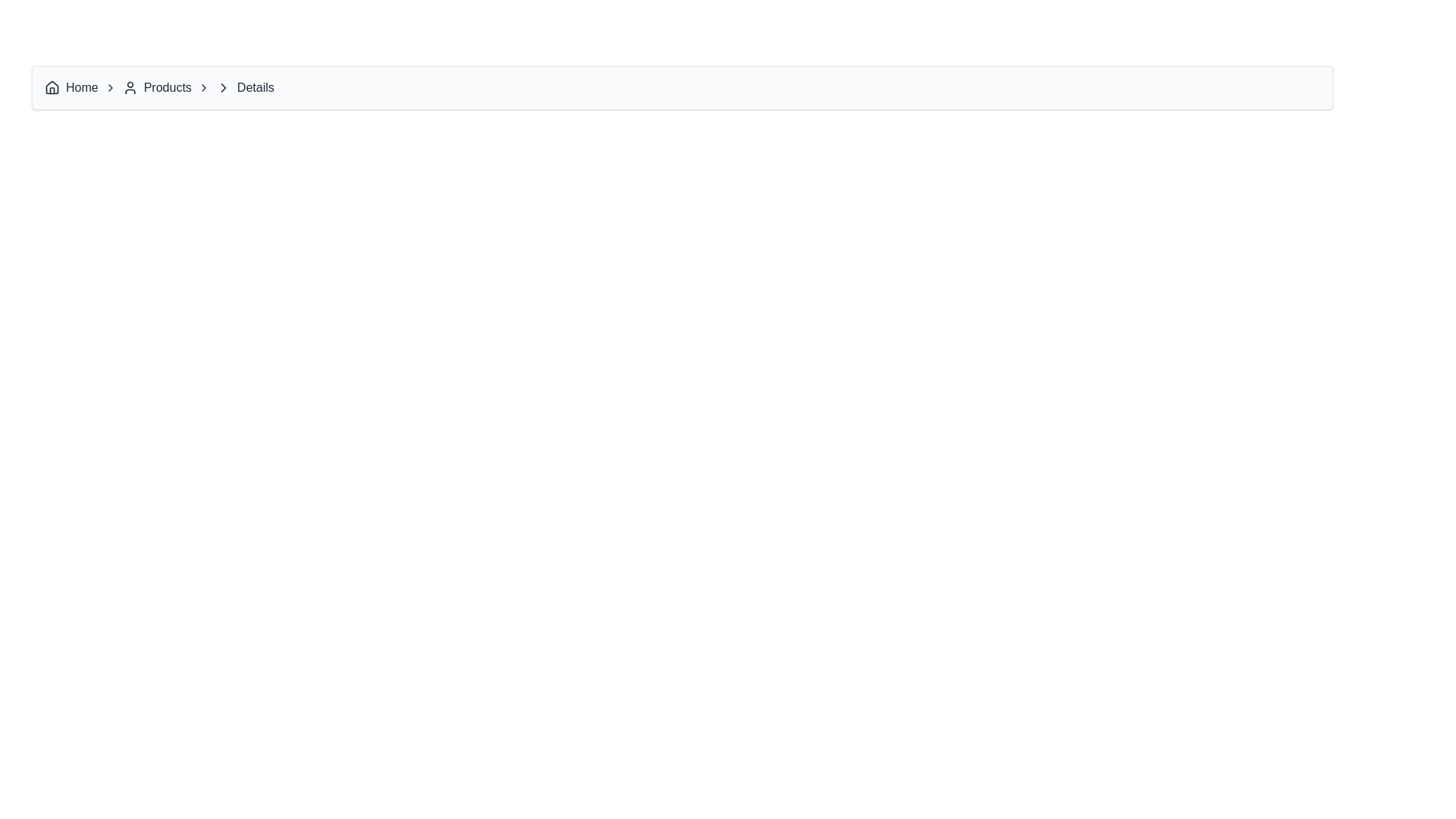 The height and width of the screenshot is (819, 1456). What do you see at coordinates (168, 87) in the screenshot?
I see `the text label displaying 'Products' in the breadcrumb navigation bar, which is styled in bold, sans-serif font and follows the 'Home' label` at bounding box center [168, 87].